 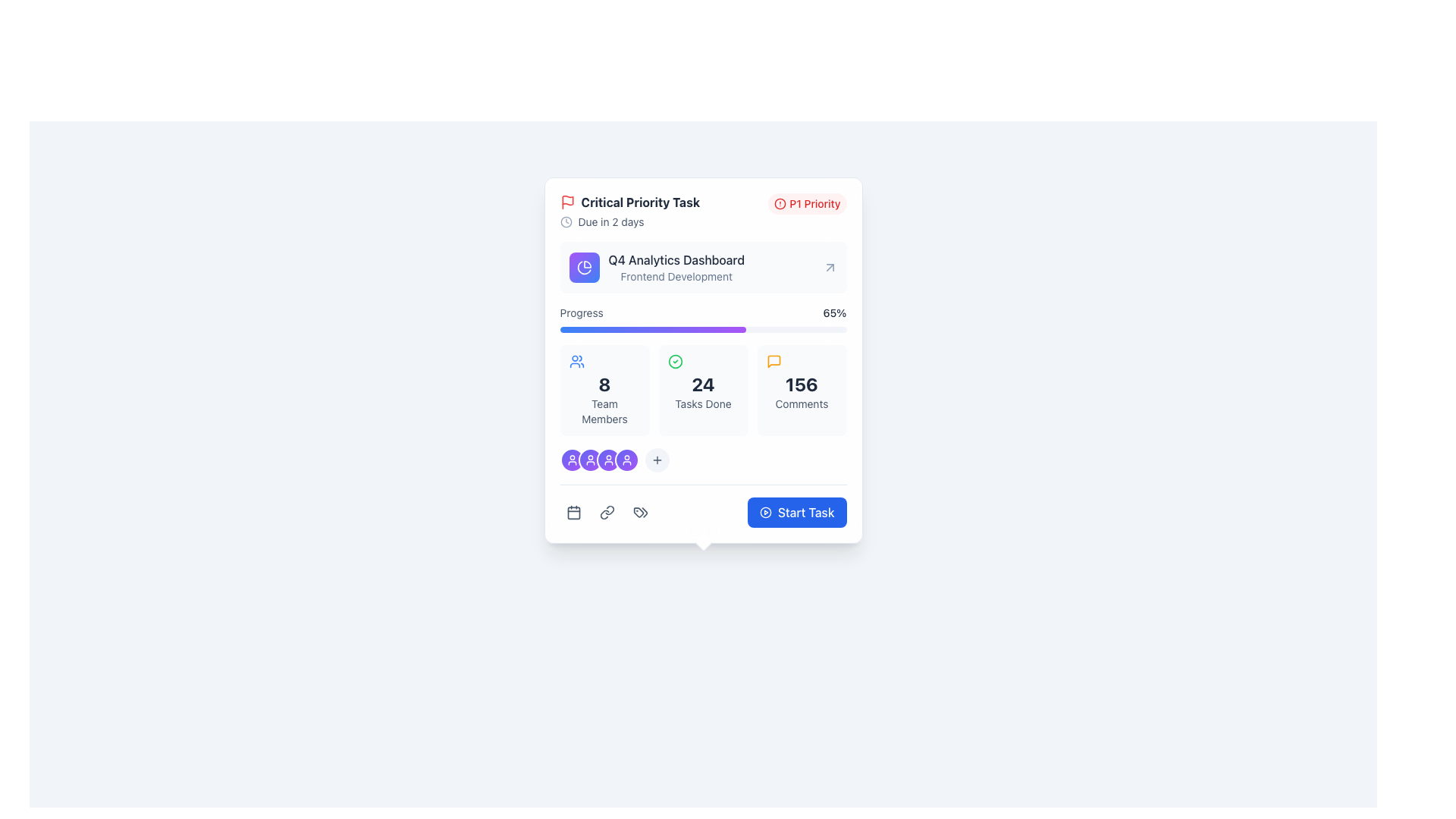 What do you see at coordinates (573, 512) in the screenshot?
I see `the main rectangular area of the calendar icon, which is the third element in its SVG group` at bounding box center [573, 512].